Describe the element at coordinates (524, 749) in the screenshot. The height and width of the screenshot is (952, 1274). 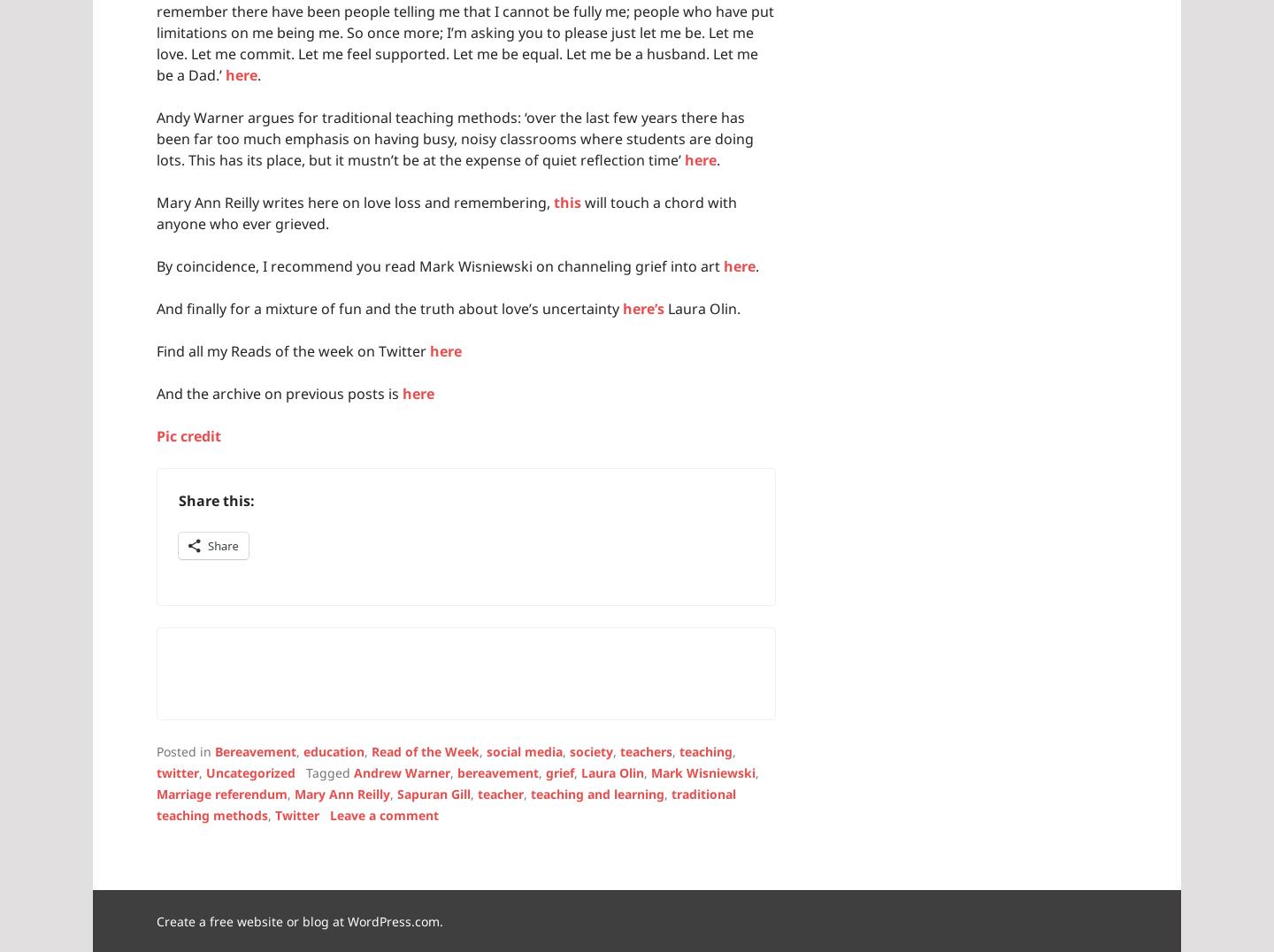
I see `'social media'` at that location.